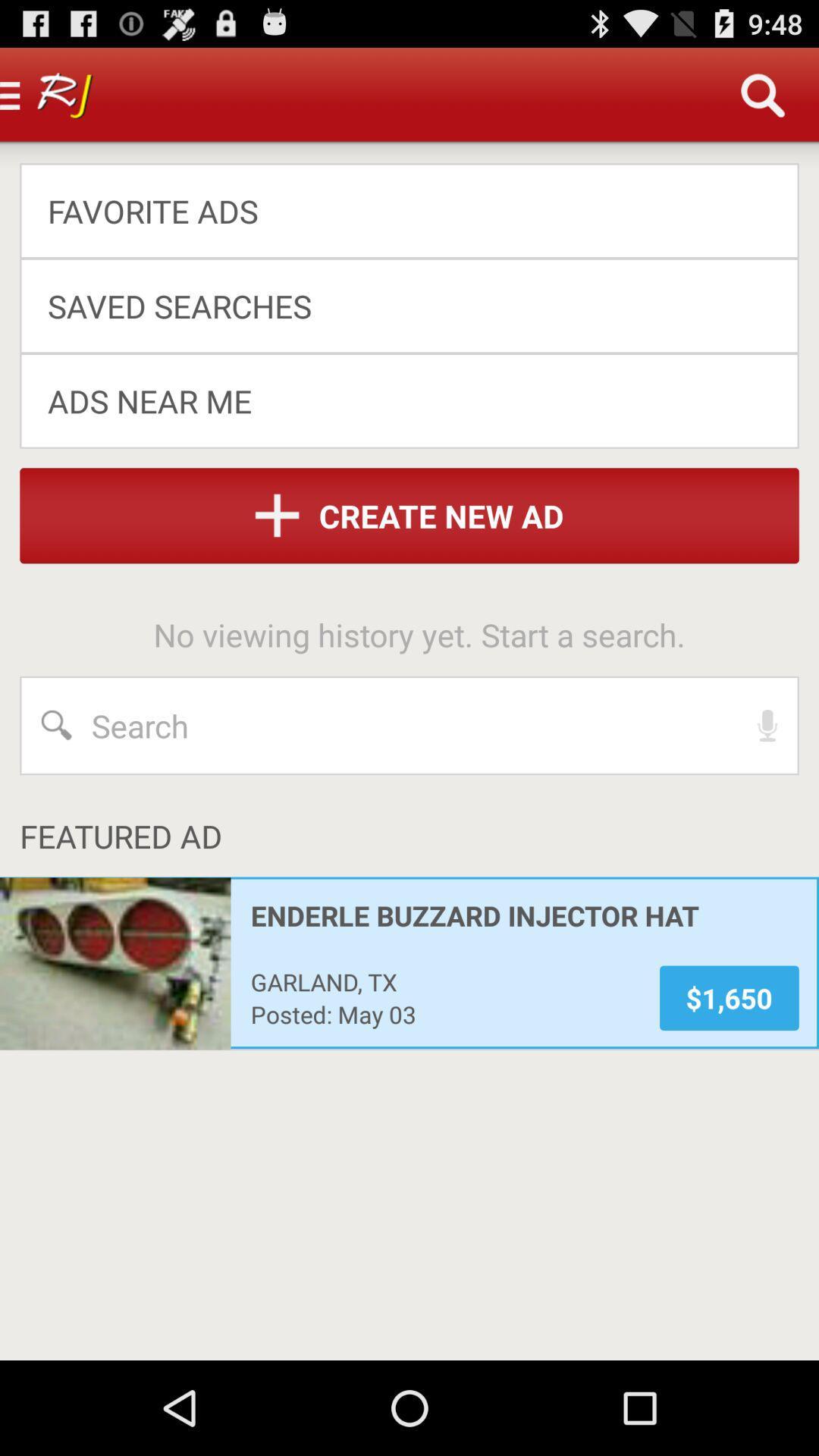  What do you see at coordinates (398, 305) in the screenshot?
I see `the saved searches item` at bounding box center [398, 305].